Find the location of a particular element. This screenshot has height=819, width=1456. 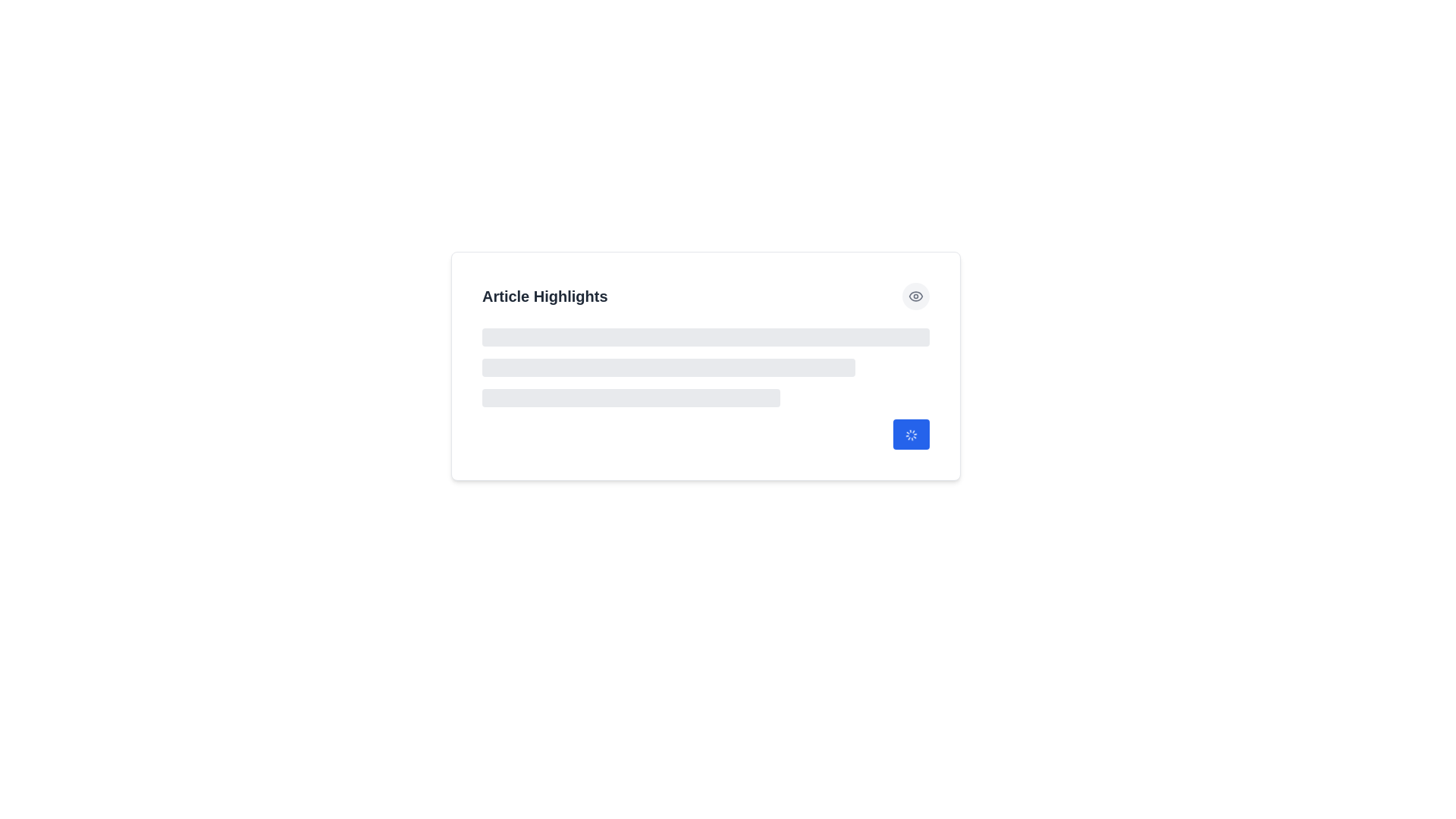

the Loading placeholder element, which consists of three horizontal grey bars stacked vertically, located below the title 'Article Highlights' is located at coordinates (705, 368).